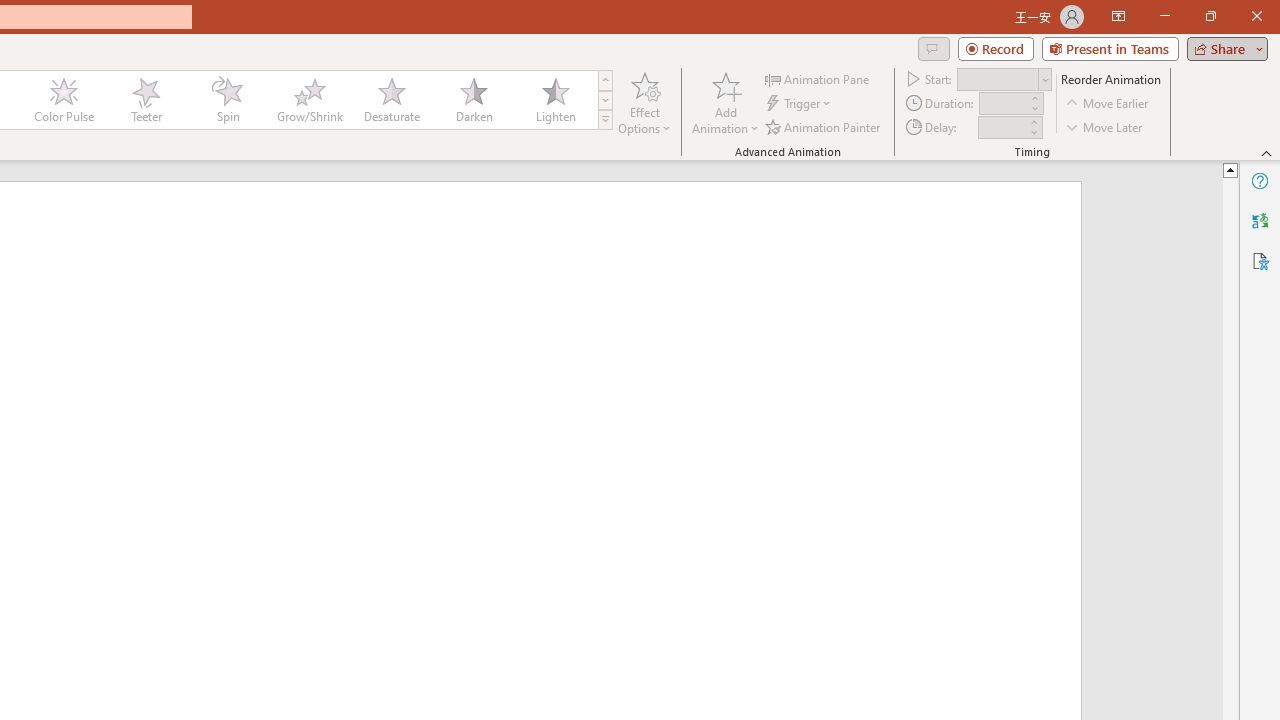  What do you see at coordinates (391, 100) in the screenshot?
I see `'Desaturate'` at bounding box center [391, 100].